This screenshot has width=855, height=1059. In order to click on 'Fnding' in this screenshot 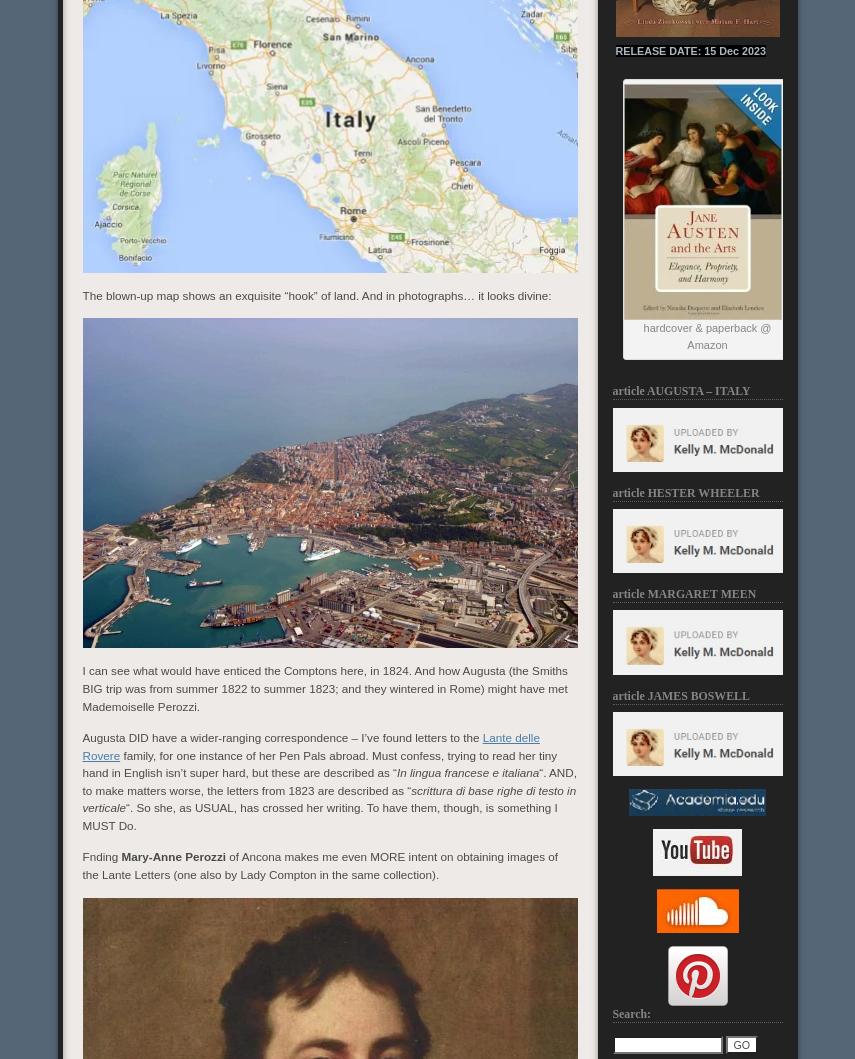, I will do `click(100, 856)`.